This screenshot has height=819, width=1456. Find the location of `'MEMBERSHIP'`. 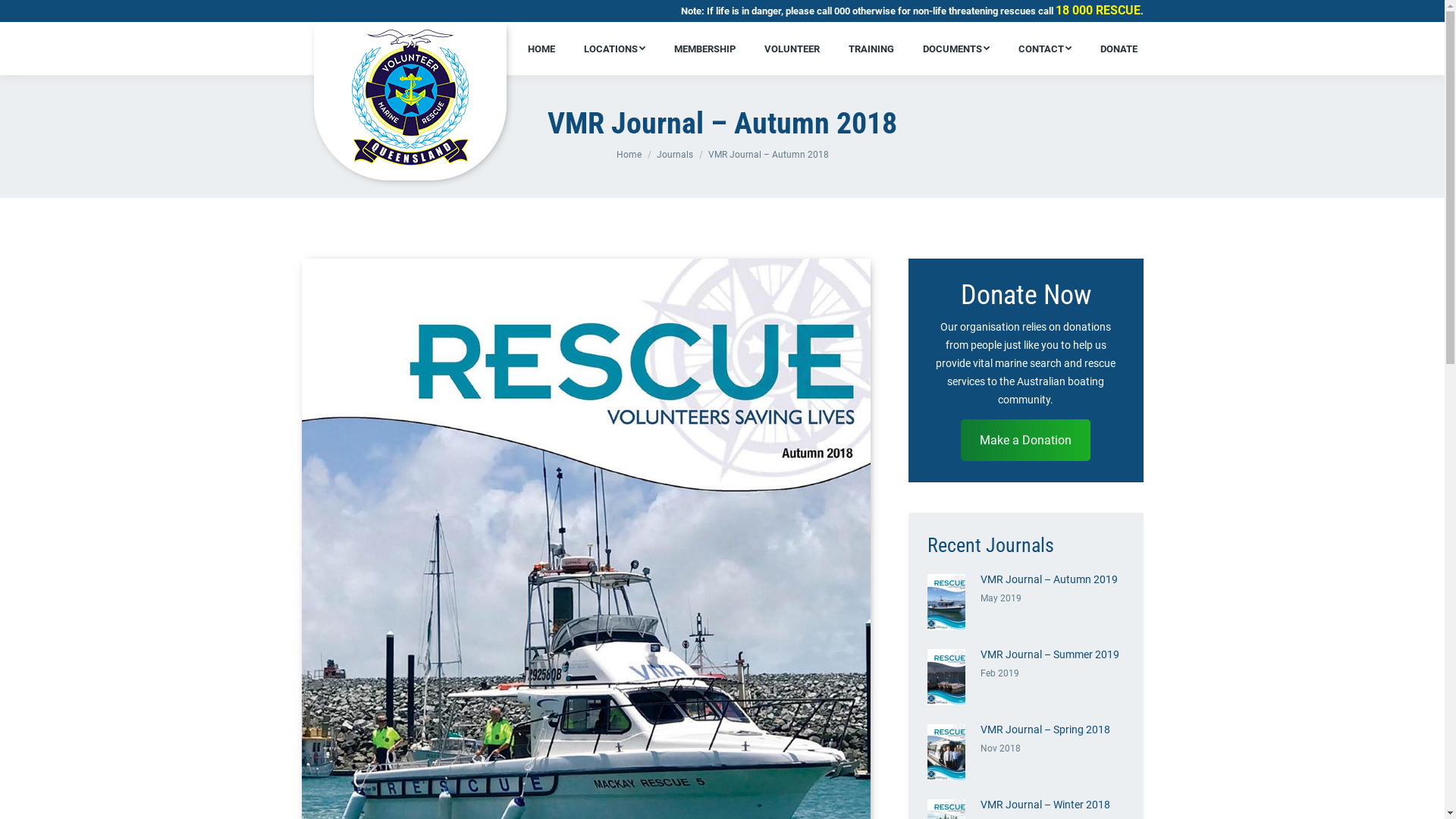

'MEMBERSHIP' is located at coordinates (704, 48).